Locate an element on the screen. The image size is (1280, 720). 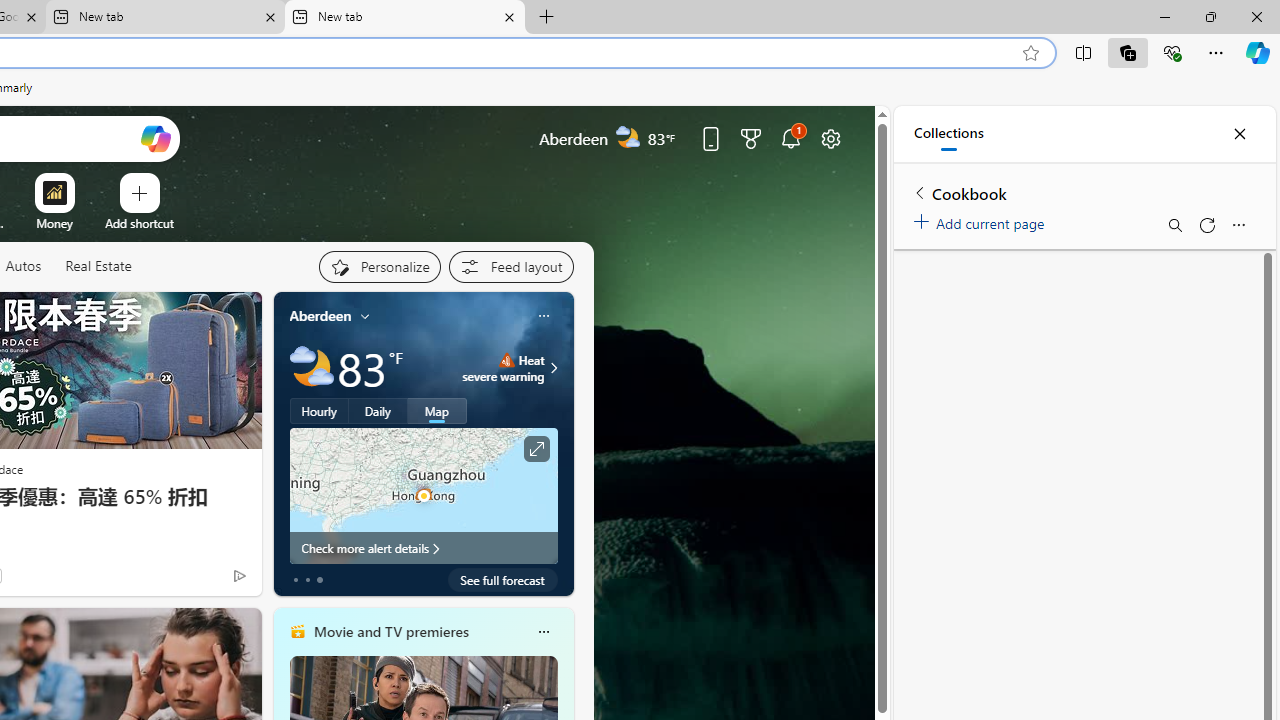
'Microsoft rewards' is located at coordinates (749, 137).